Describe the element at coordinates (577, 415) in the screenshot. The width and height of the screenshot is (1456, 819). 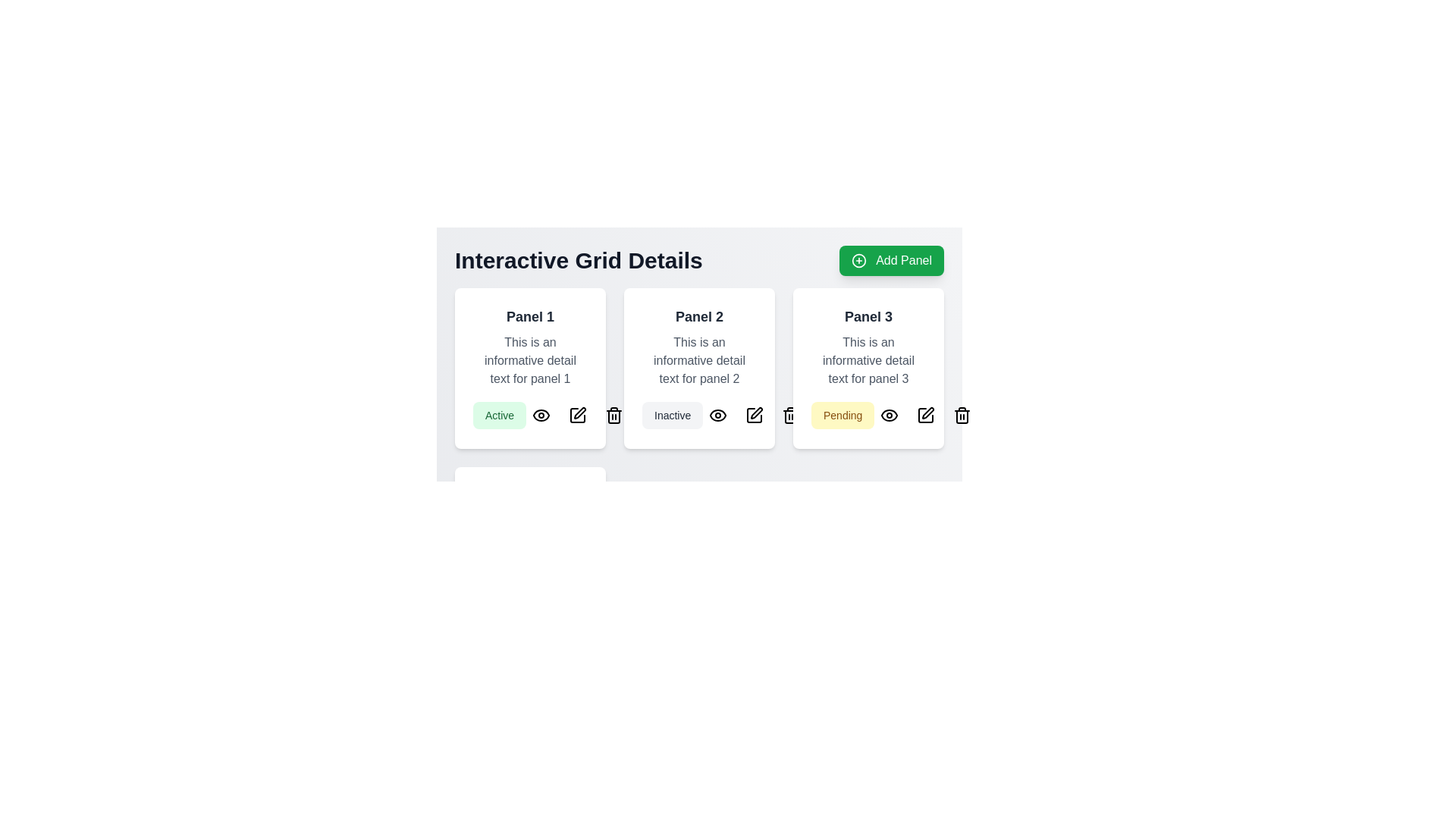
I see `the edit button located to the right of the eye icon and to the left of the trash can icon in the action row below the 'Panel 1' card` at that location.